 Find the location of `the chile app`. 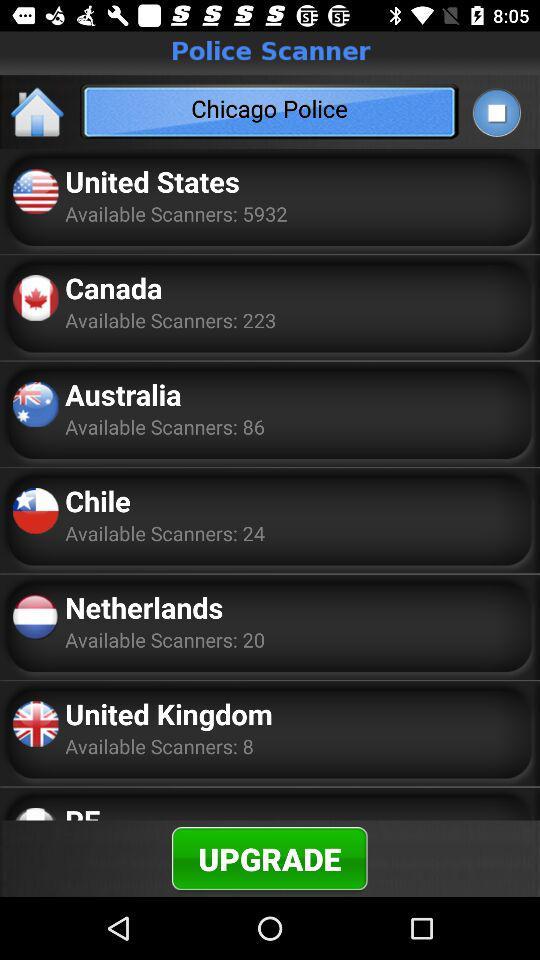

the chile app is located at coordinates (97, 499).